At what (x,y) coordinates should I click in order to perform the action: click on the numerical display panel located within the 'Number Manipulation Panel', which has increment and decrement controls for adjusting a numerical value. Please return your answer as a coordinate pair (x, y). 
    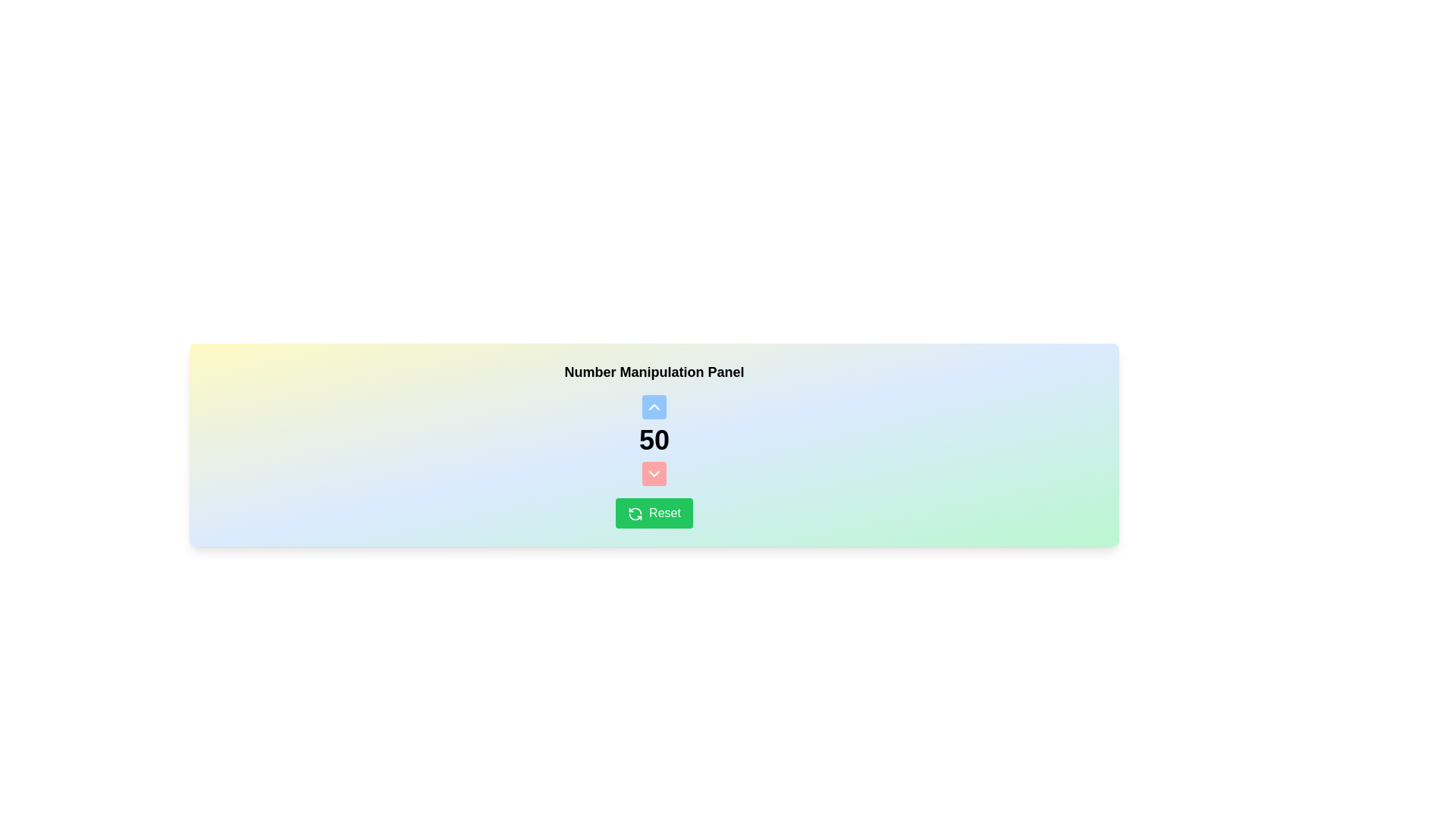
    Looking at the image, I should click on (654, 441).